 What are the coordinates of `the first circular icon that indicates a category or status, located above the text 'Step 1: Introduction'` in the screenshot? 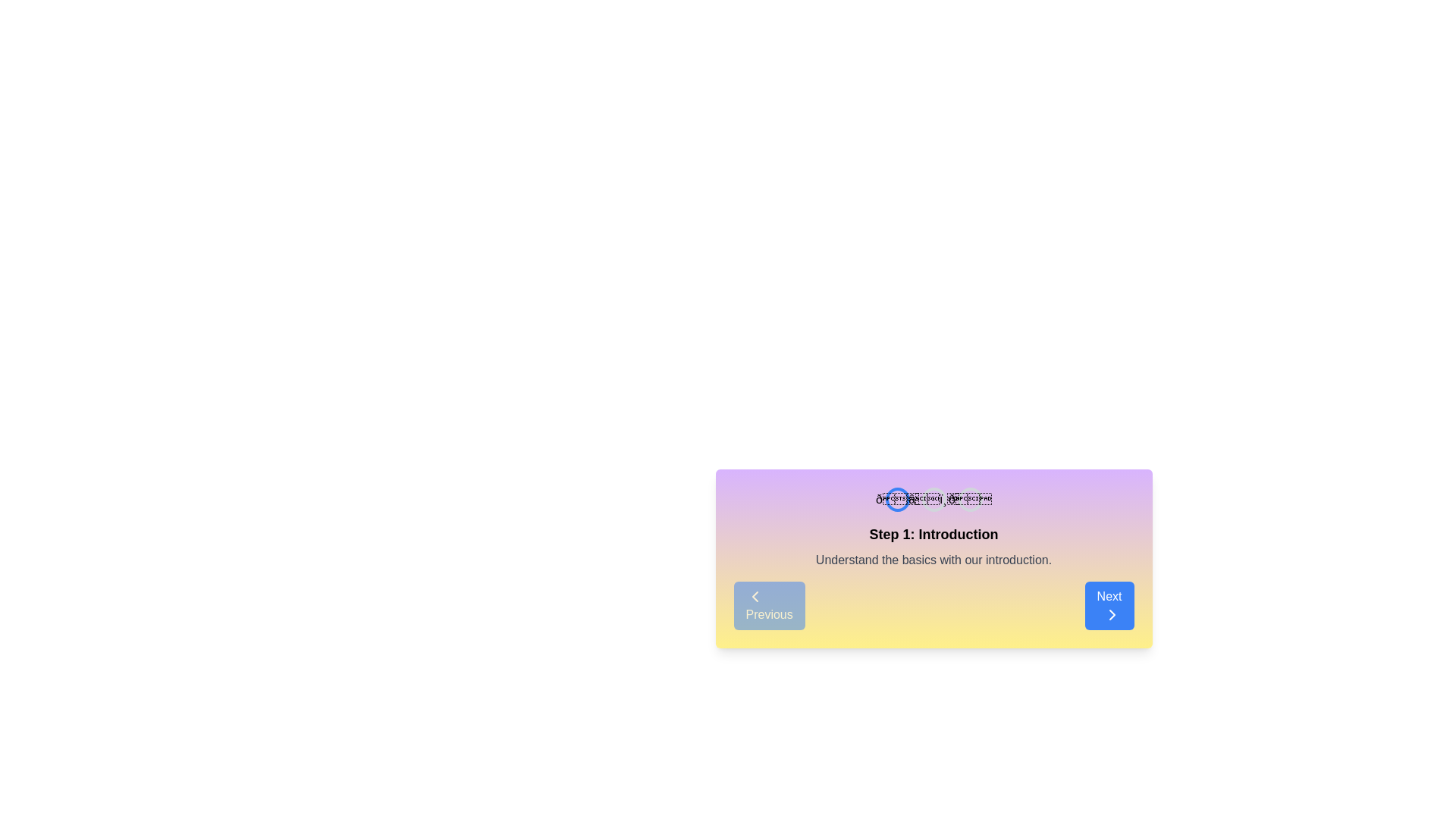 It's located at (897, 500).